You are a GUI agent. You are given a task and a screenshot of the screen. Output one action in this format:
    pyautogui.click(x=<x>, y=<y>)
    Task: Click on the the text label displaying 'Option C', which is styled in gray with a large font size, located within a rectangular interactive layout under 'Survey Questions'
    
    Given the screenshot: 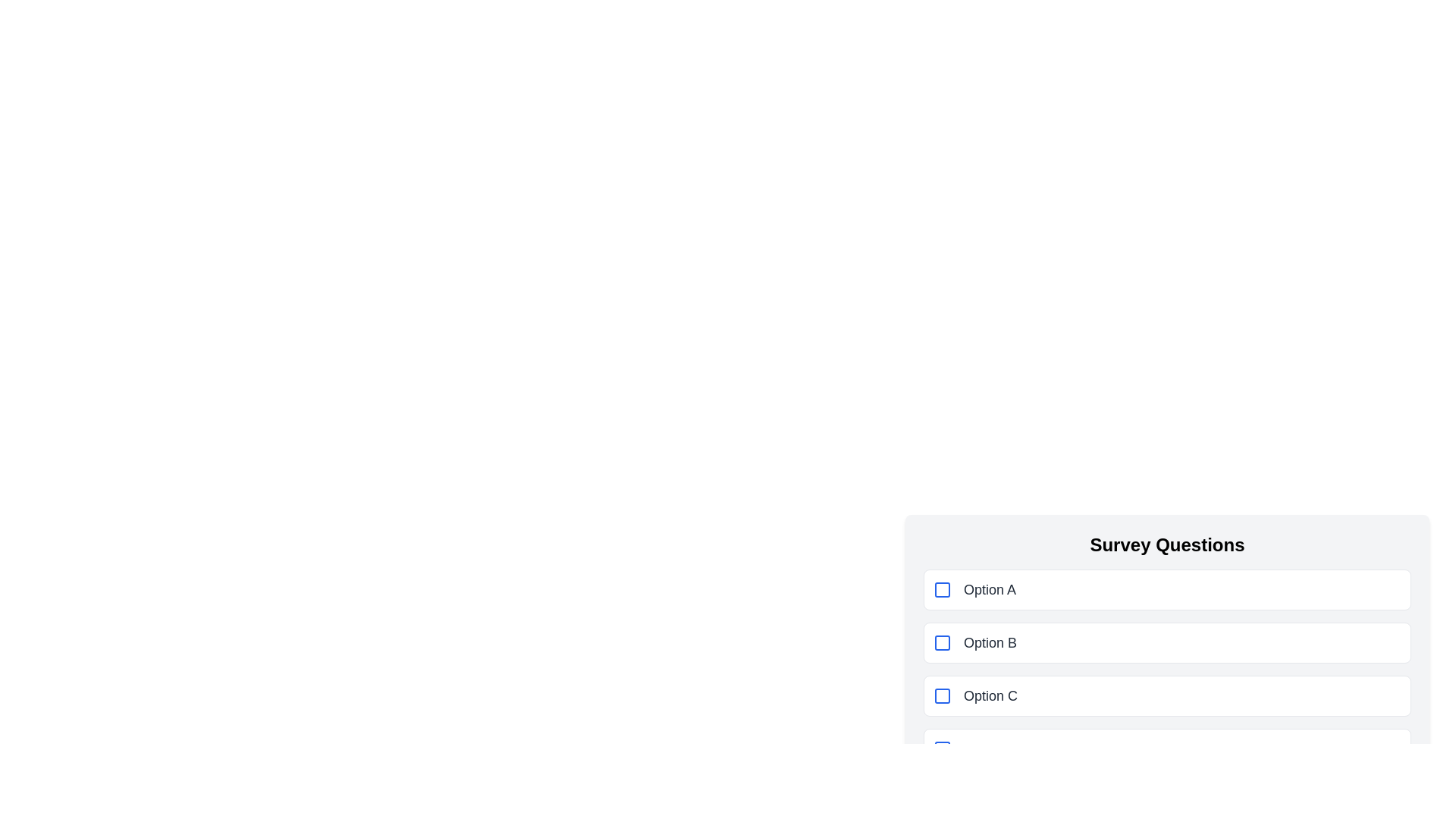 What is the action you would take?
    pyautogui.click(x=990, y=696)
    